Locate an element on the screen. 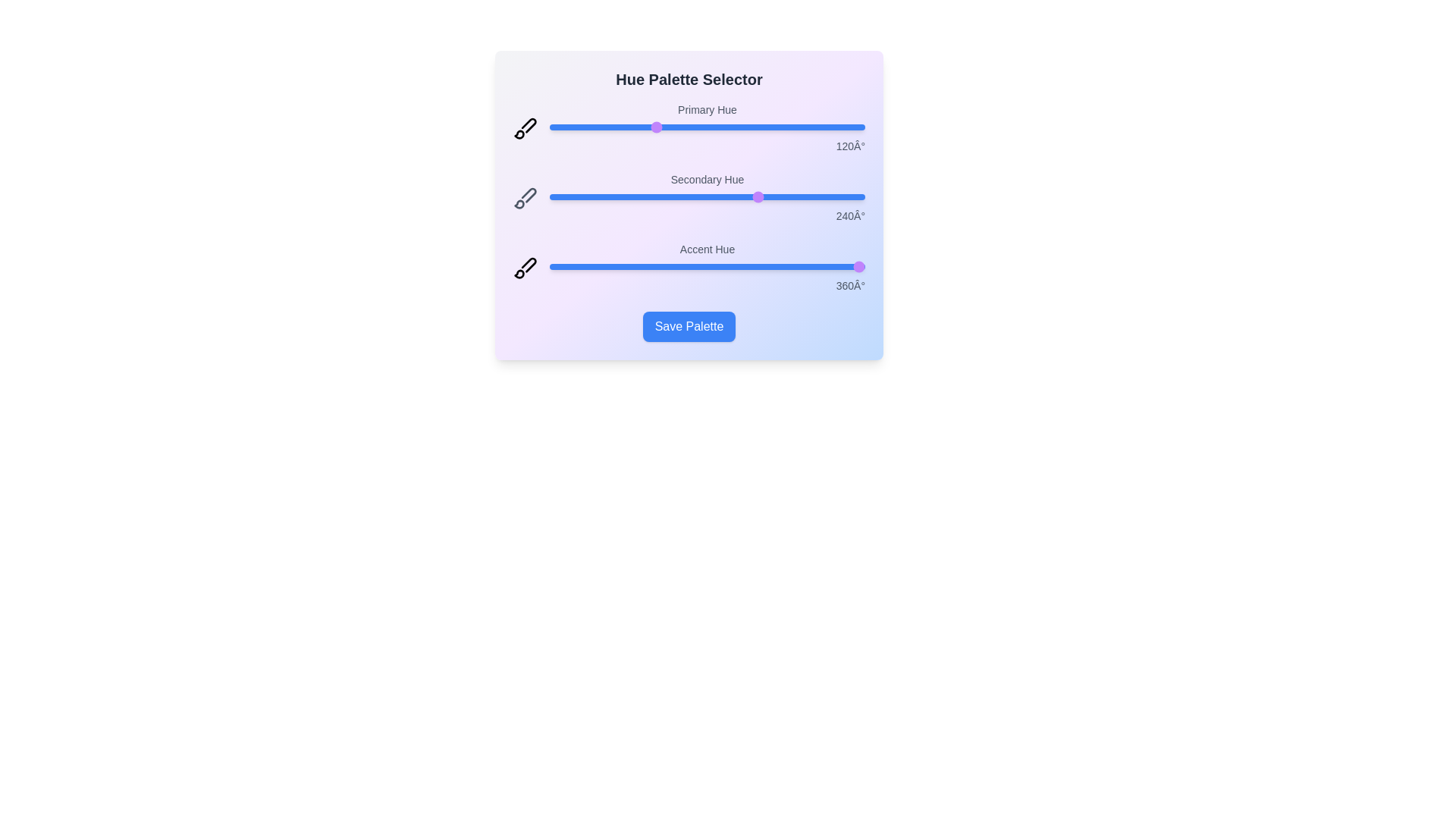 The image size is (1456, 819). the 'Primary Hue' slider to 98 degrees is located at coordinates (635, 127).